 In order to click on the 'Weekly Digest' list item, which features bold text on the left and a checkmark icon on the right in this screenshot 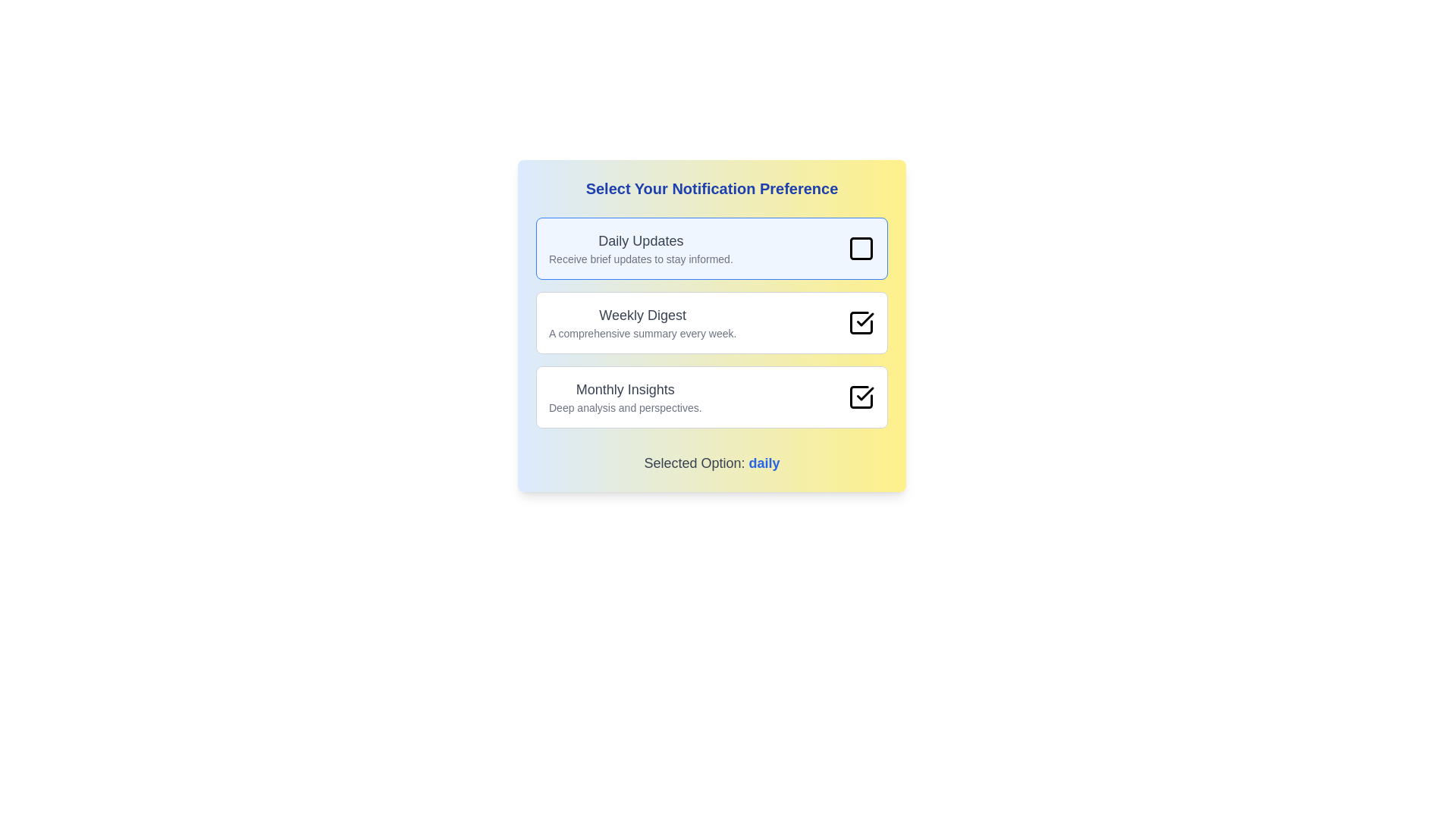, I will do `click(711, 322)`.